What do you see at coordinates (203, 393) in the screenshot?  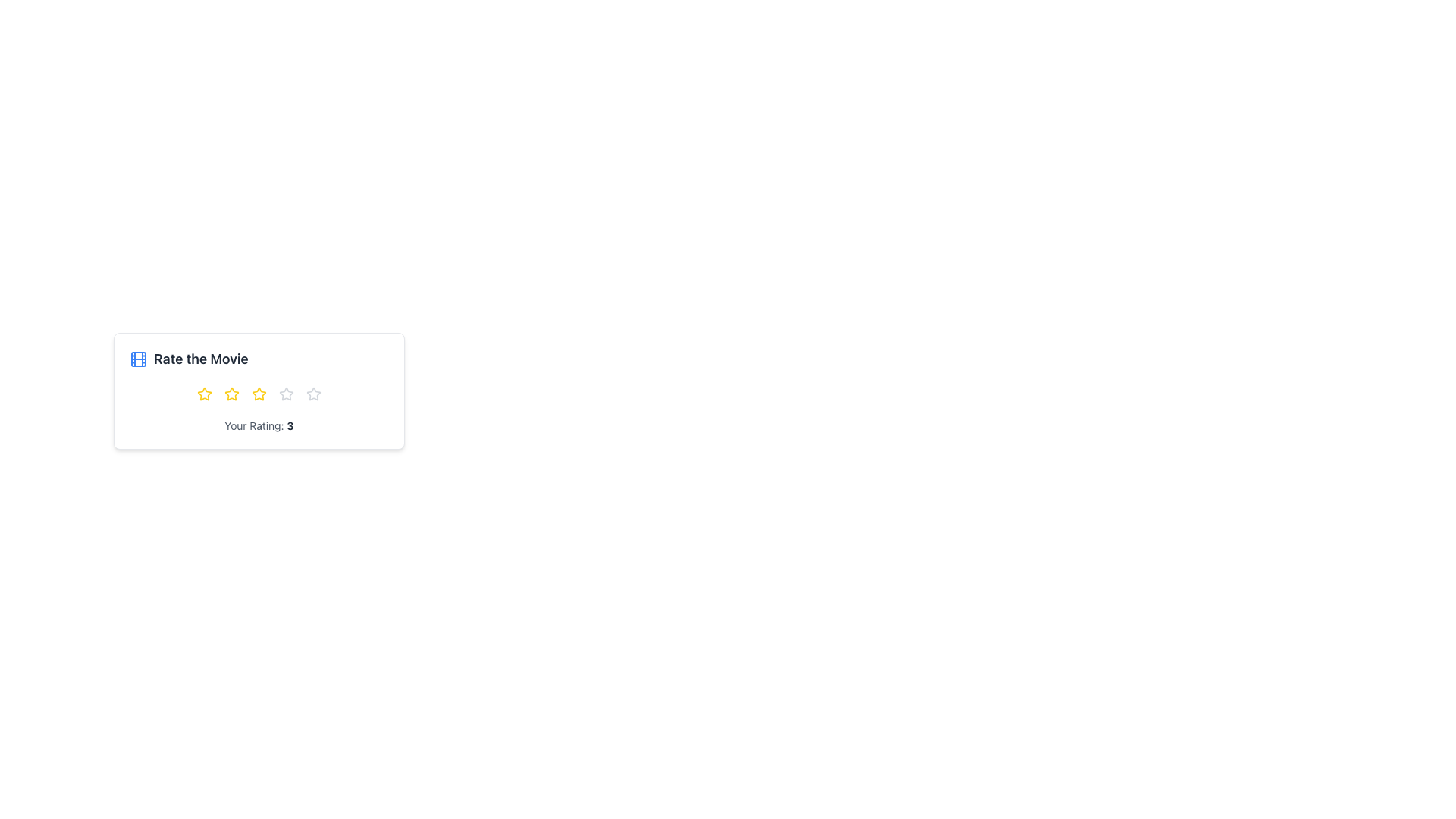 I see `the first rating star in the row of five stars below the 'Rate the Movie' label` at bounding box center [203, 393].